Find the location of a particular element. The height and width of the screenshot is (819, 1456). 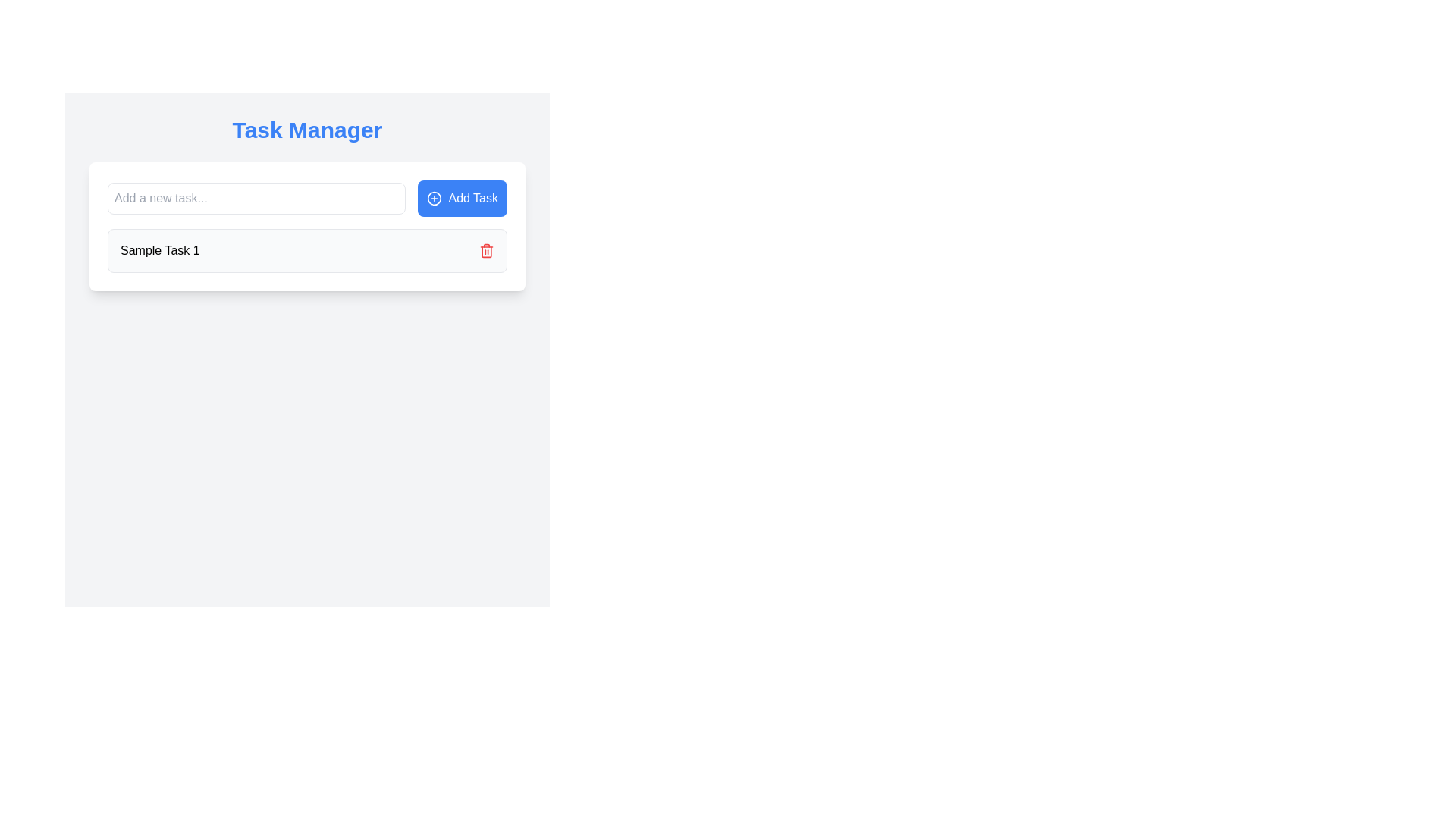

the text label within the 'Add Task' button, which clarifies its purpose to the user and is positioned to the right of the task input field is located at coordinates (472, 198).